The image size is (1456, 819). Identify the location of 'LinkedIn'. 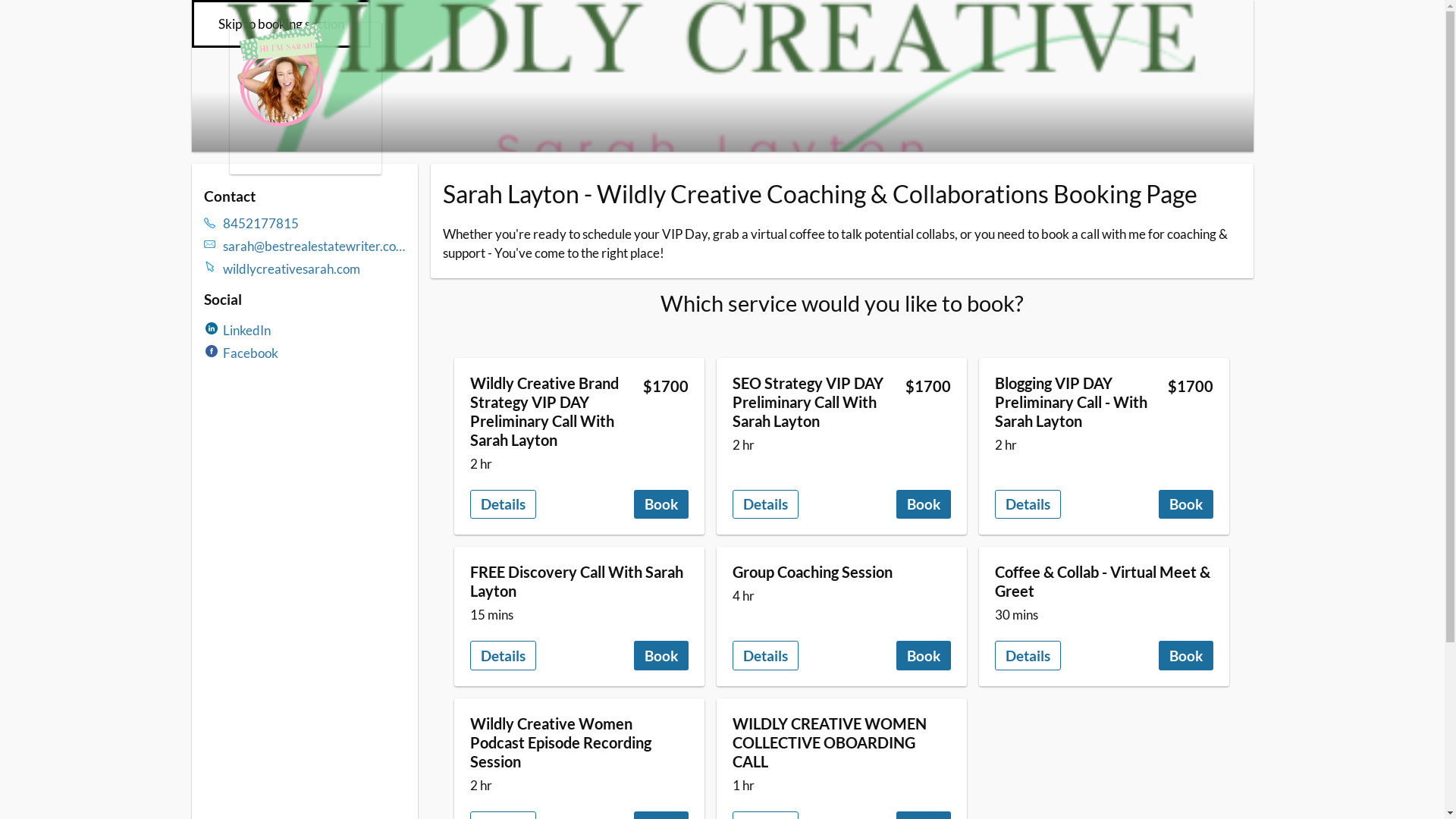
(246, 329).